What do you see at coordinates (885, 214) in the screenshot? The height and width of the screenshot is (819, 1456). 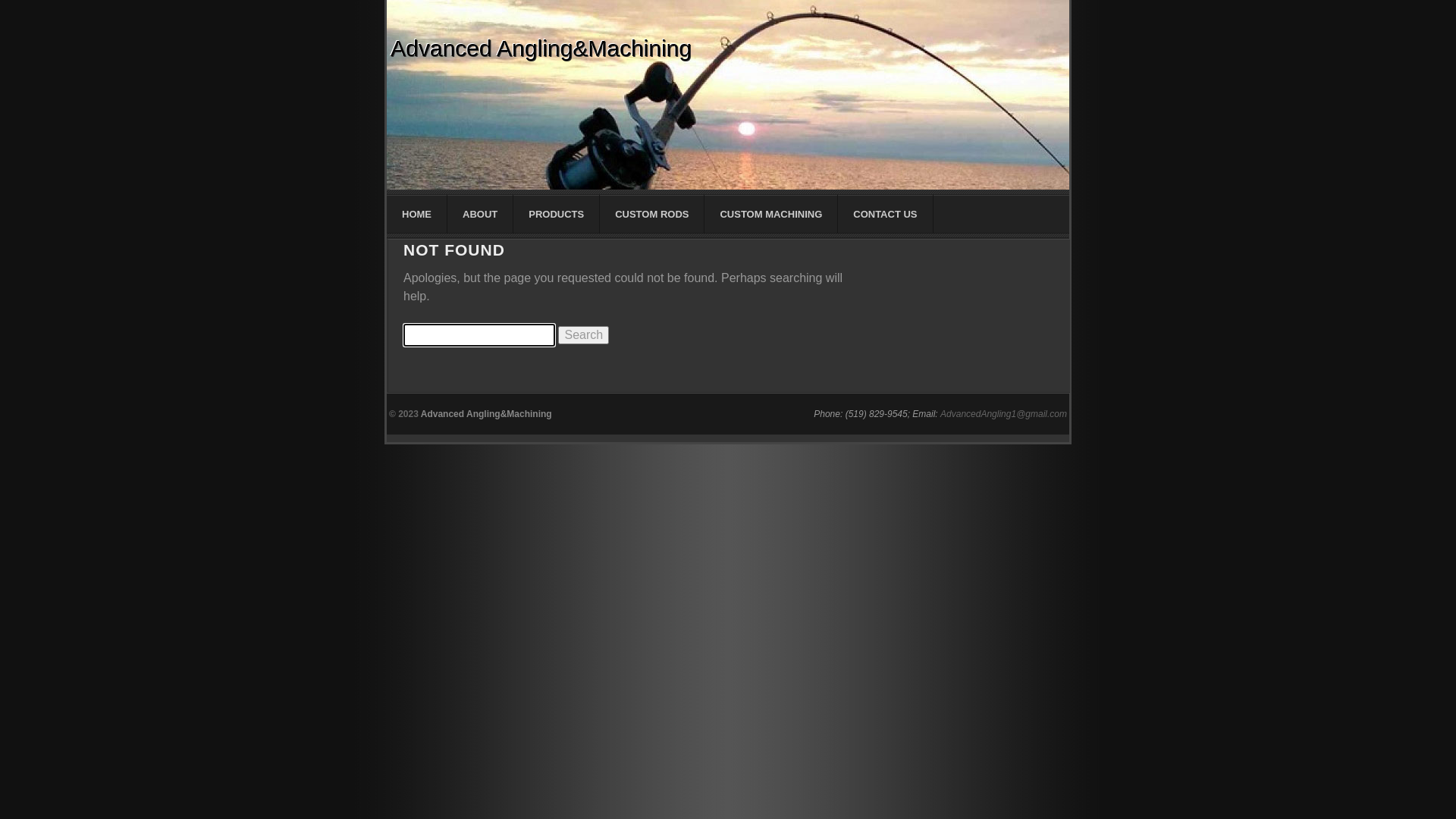 I see `'CONTACT US'` at bounding box center [885, 214].